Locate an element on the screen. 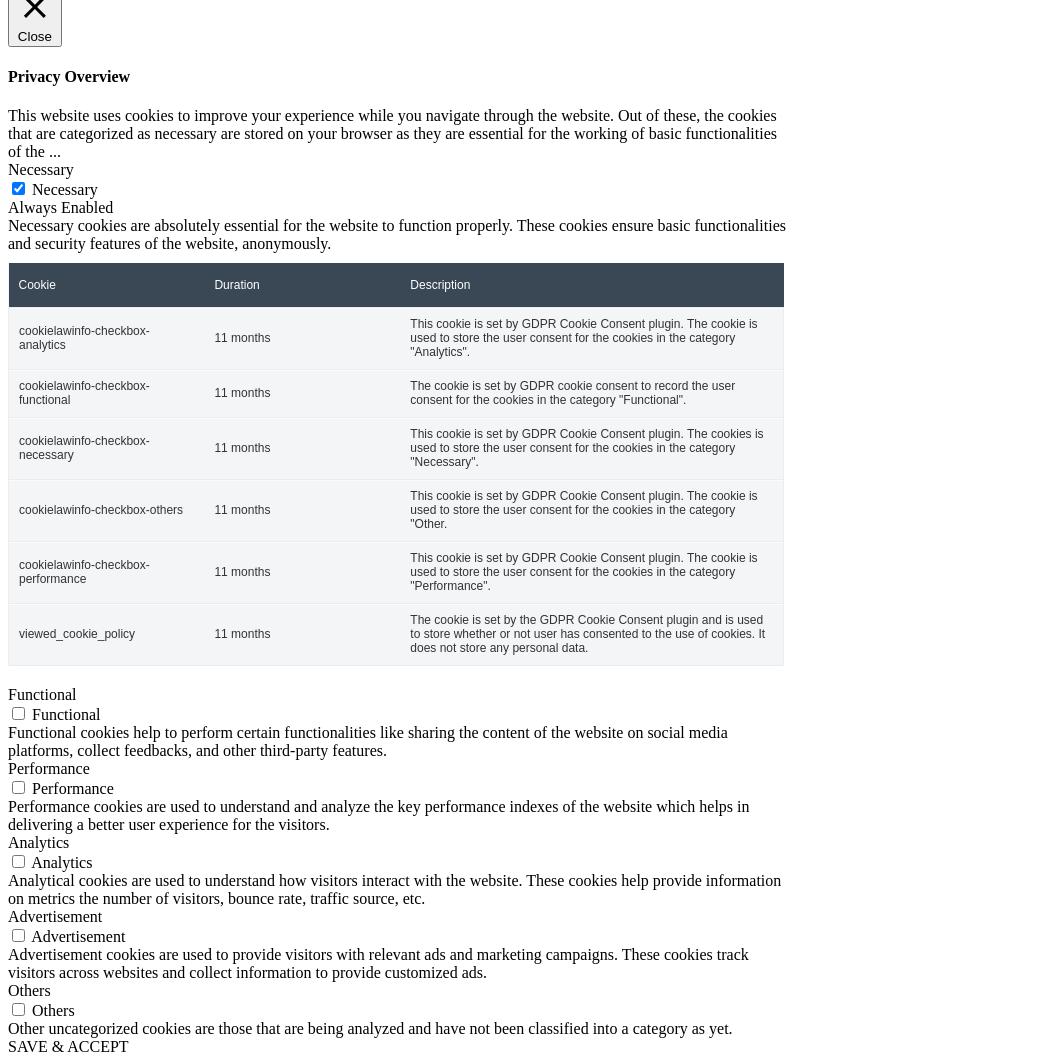 The image size is (1038, 1058). 'This cookie is set by GDPR Cookie Consent plugin. The cookie is used to store the user consent for the cookies in the category "Performance".' is located at coordinates (410, 571).